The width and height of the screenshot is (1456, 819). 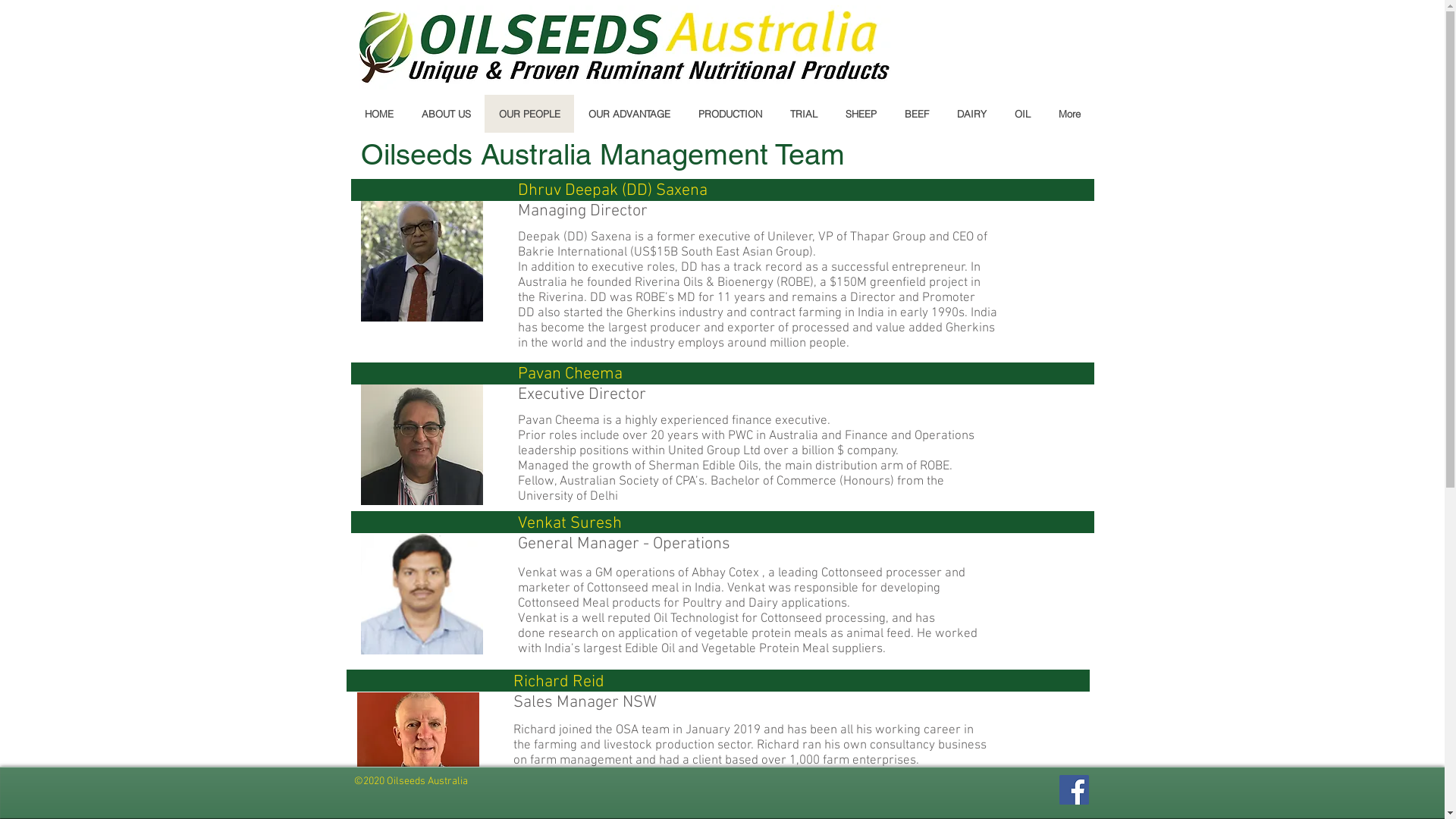 I want to click on 'OUR ADVANTAGE', so click(x=628, y=113).